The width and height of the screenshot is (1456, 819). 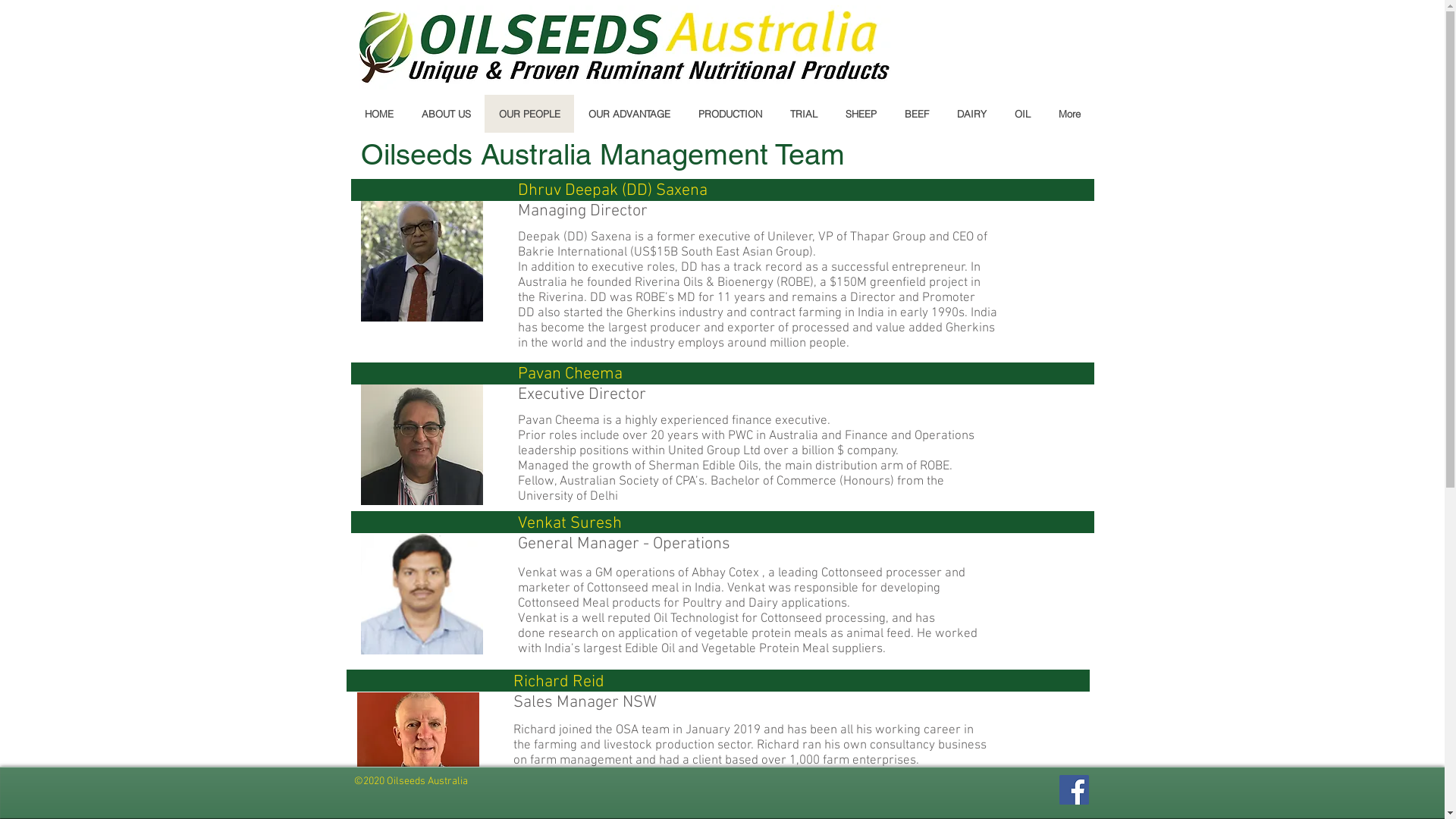 I want to click on 'OUR ADVANTAGE', so click(x=628, y=113).